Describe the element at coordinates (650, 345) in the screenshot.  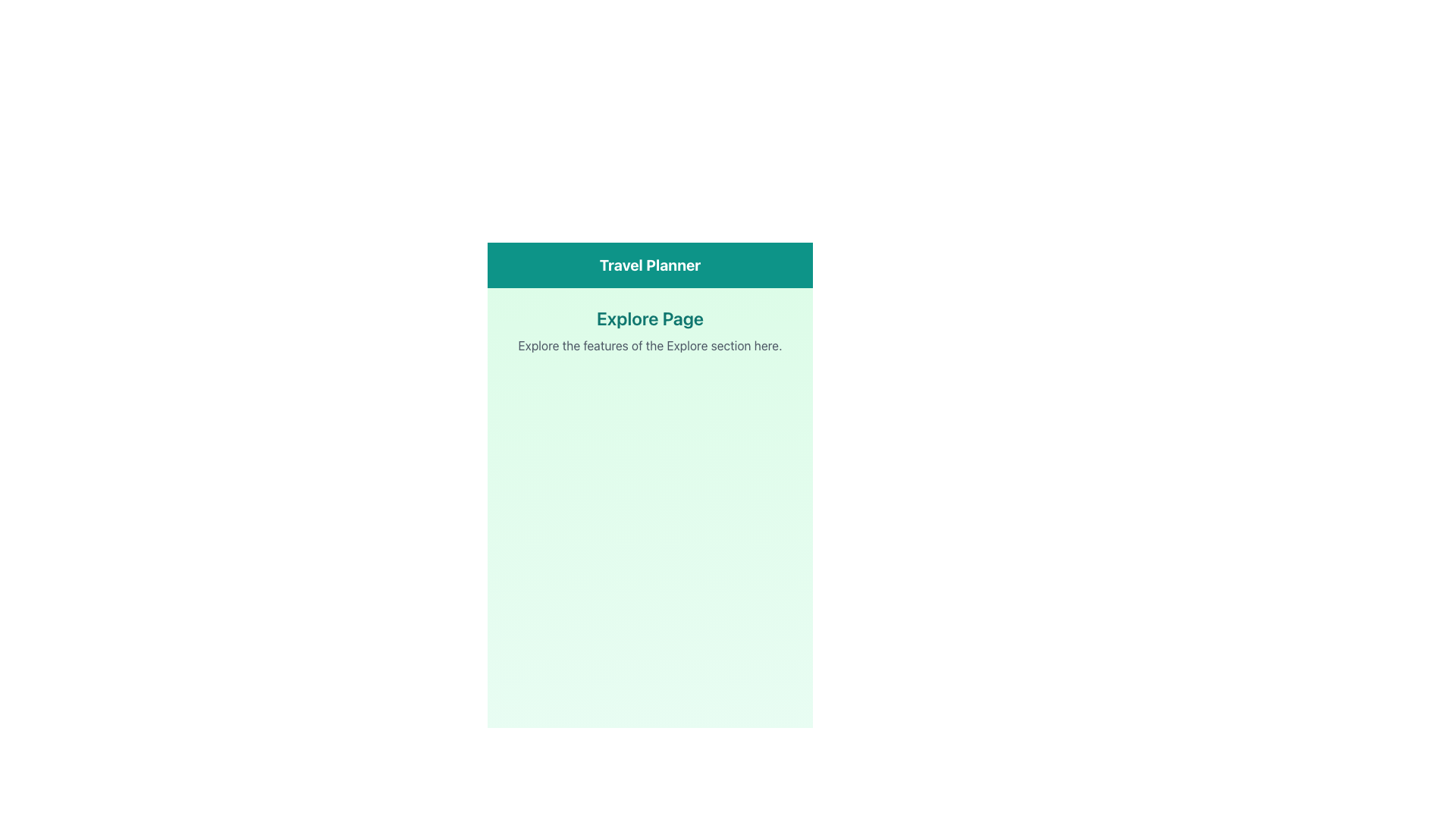
I see `the static text that reads 'Explore the features of the Explore section here.' which is styled in gray and located directly below the 'Explore Page' heading` at that location.